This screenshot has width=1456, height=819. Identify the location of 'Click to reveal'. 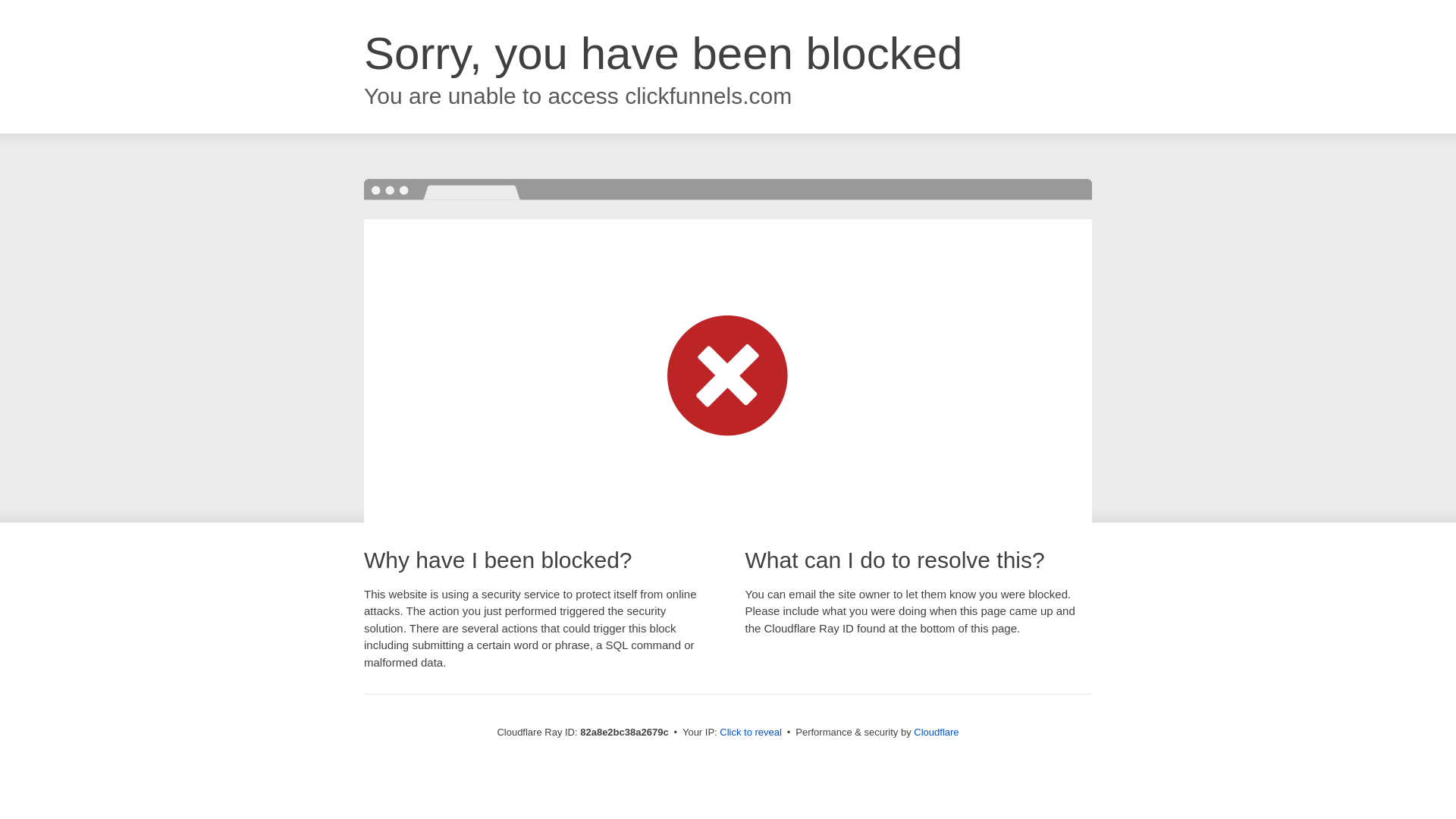
(750, 731).